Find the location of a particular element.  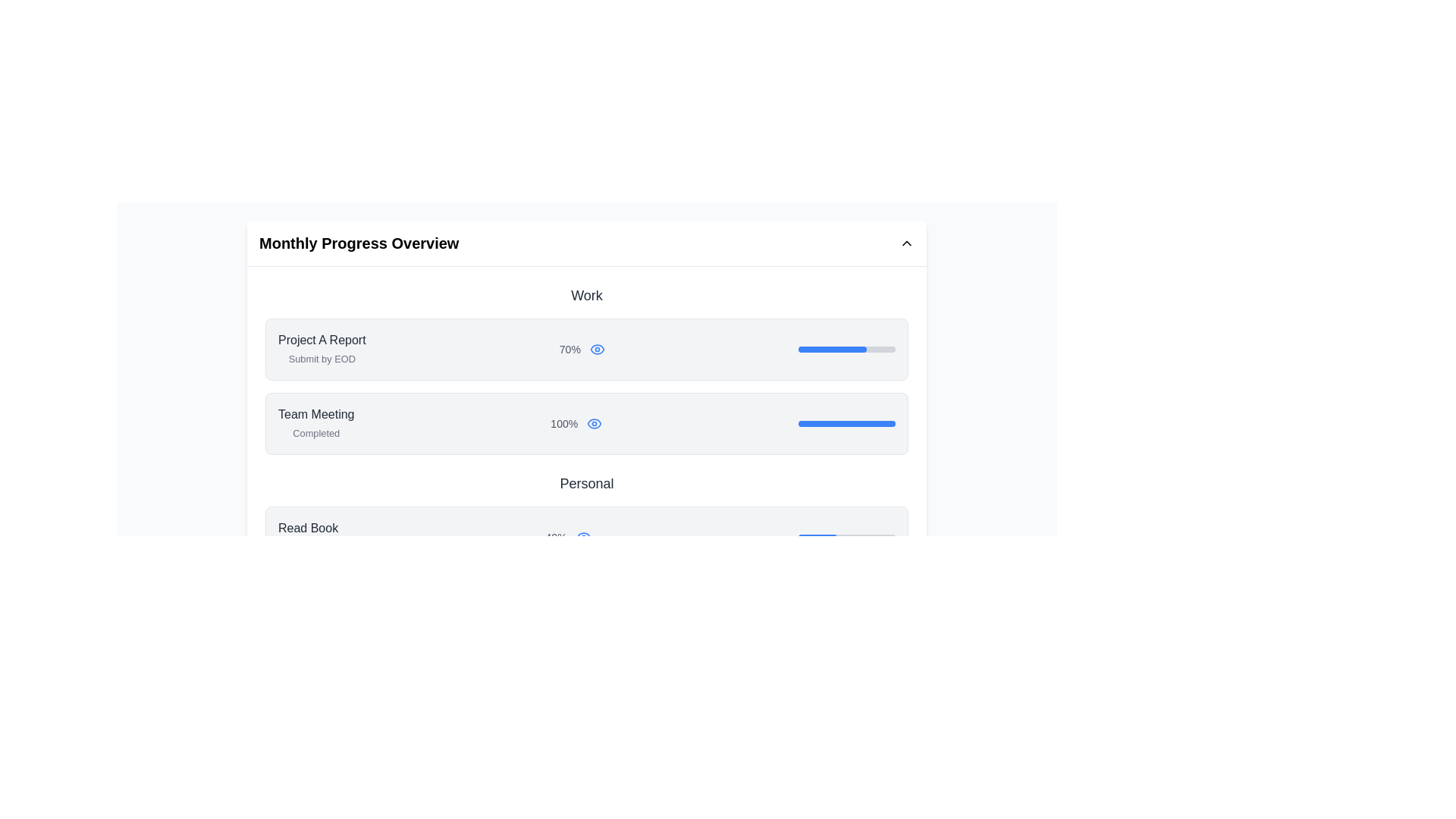

the Text Label indicating the title or status of an activity in the 'Personal' section, located at the top of the third panel is located at coordinates (307, 528).